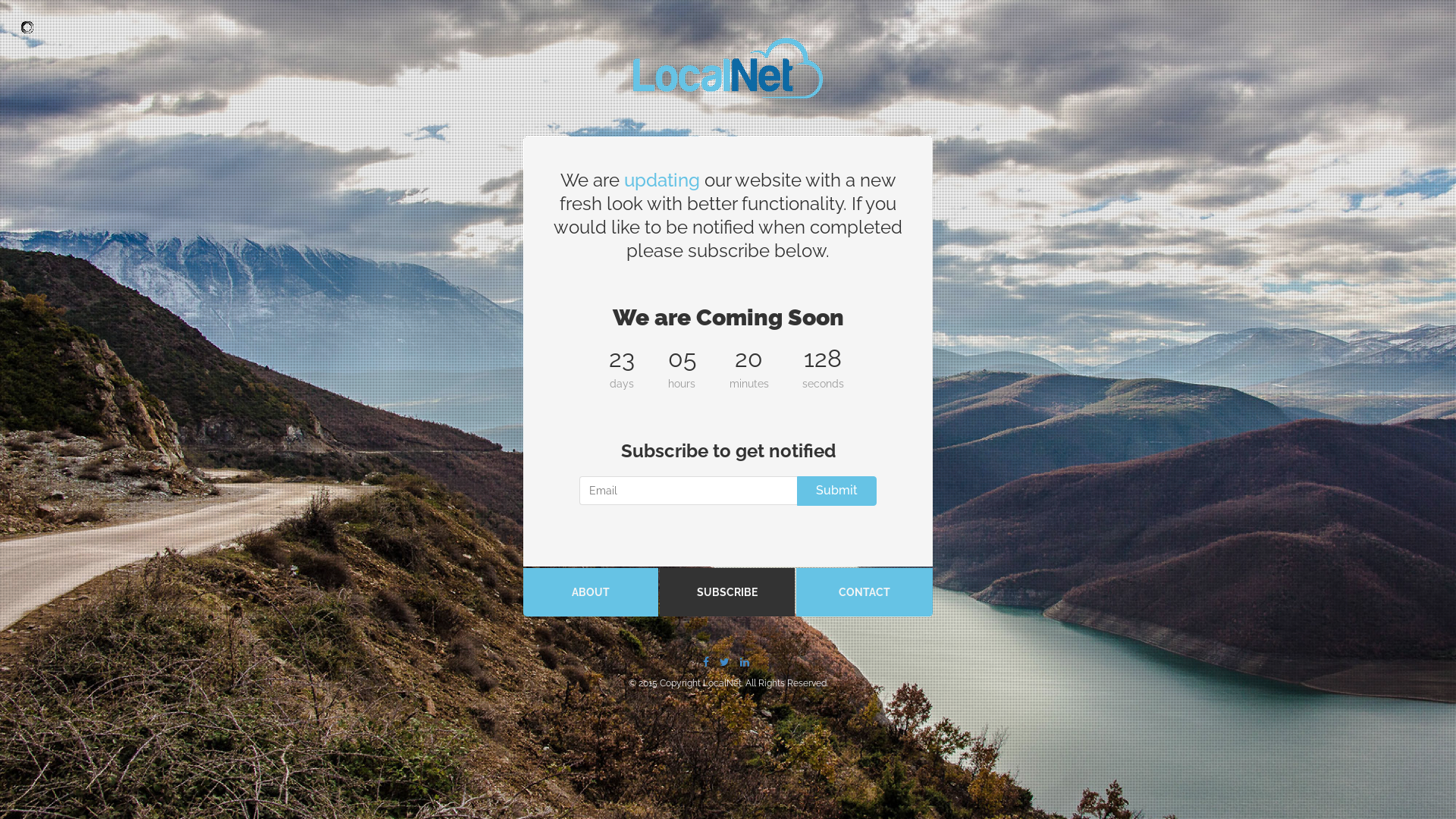 The height and width of the screenshot is (819, 1456). I want to click on 'CONTACT', so click(795, 591).